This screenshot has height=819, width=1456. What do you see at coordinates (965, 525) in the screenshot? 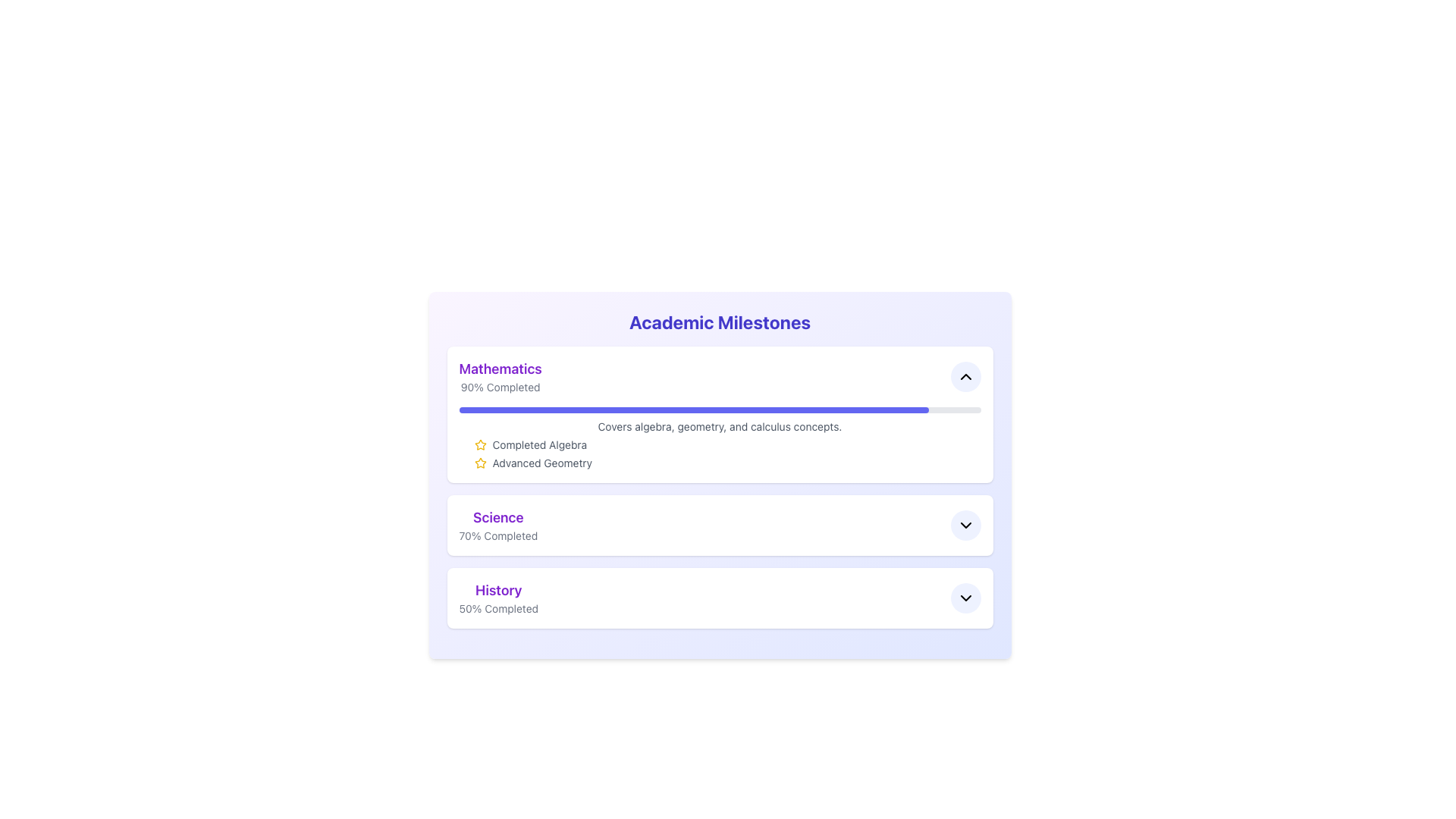
I see `the Chevron Down SVG Icon located on the right side of the 'Science' milestone section in the 'Academic Milestones' interface` at bounding box center [965, 525].